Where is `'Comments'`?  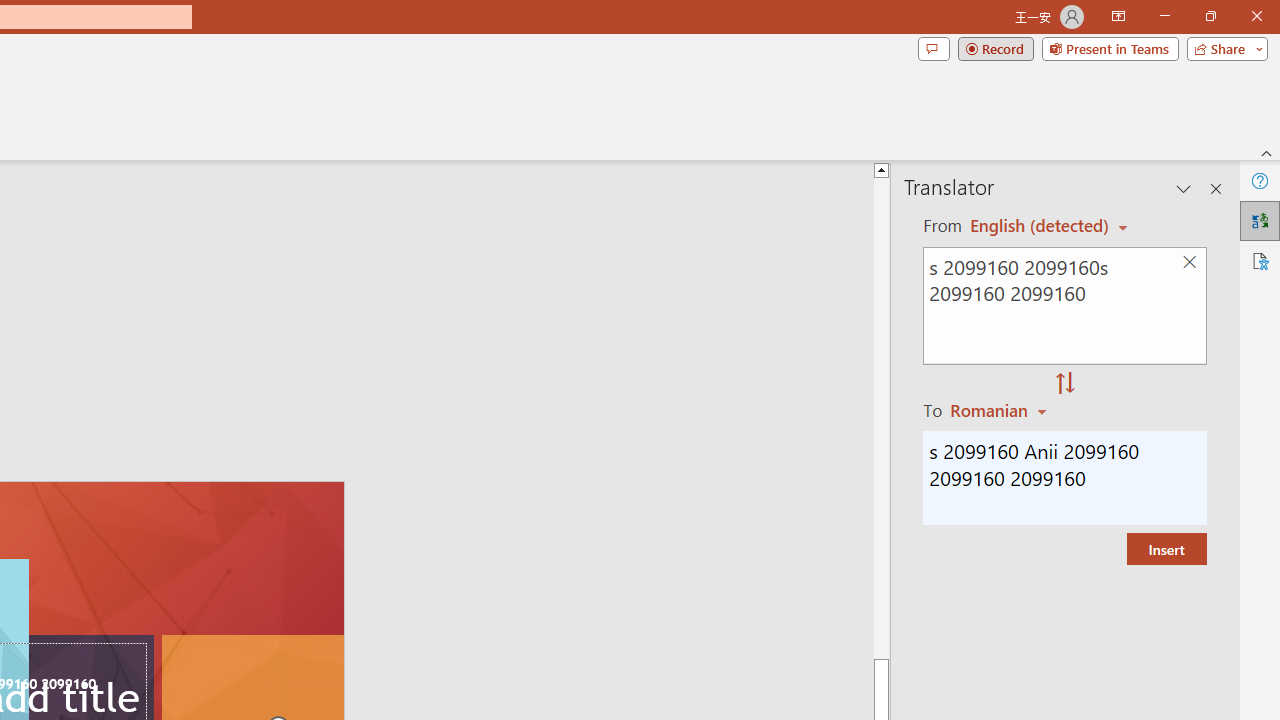
'Comments' is located at coordinates (932, 47).